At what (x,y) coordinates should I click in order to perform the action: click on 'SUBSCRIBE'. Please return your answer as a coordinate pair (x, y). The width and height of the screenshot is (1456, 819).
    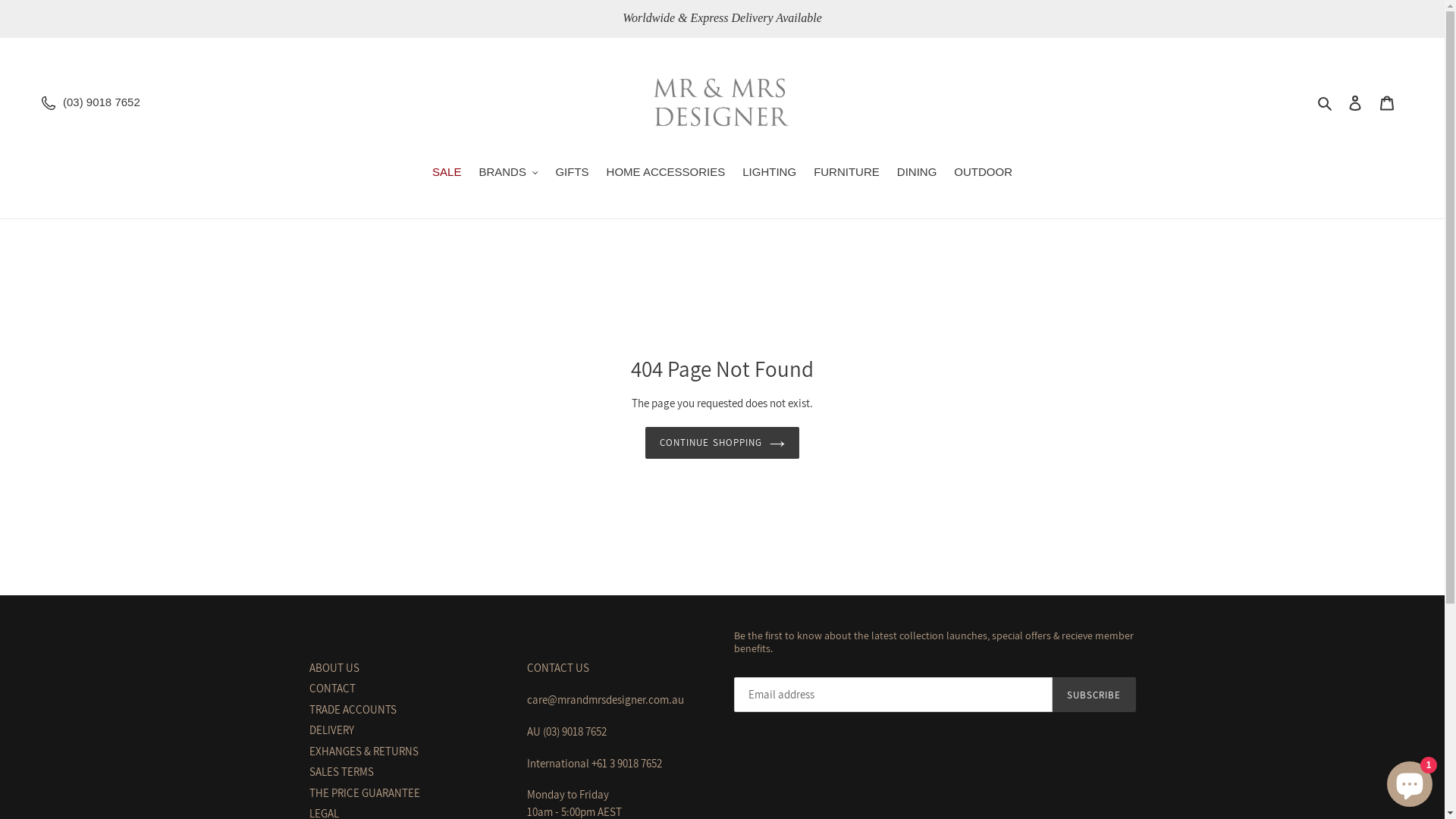
    Looking at the image, I should click on (1094, 694).